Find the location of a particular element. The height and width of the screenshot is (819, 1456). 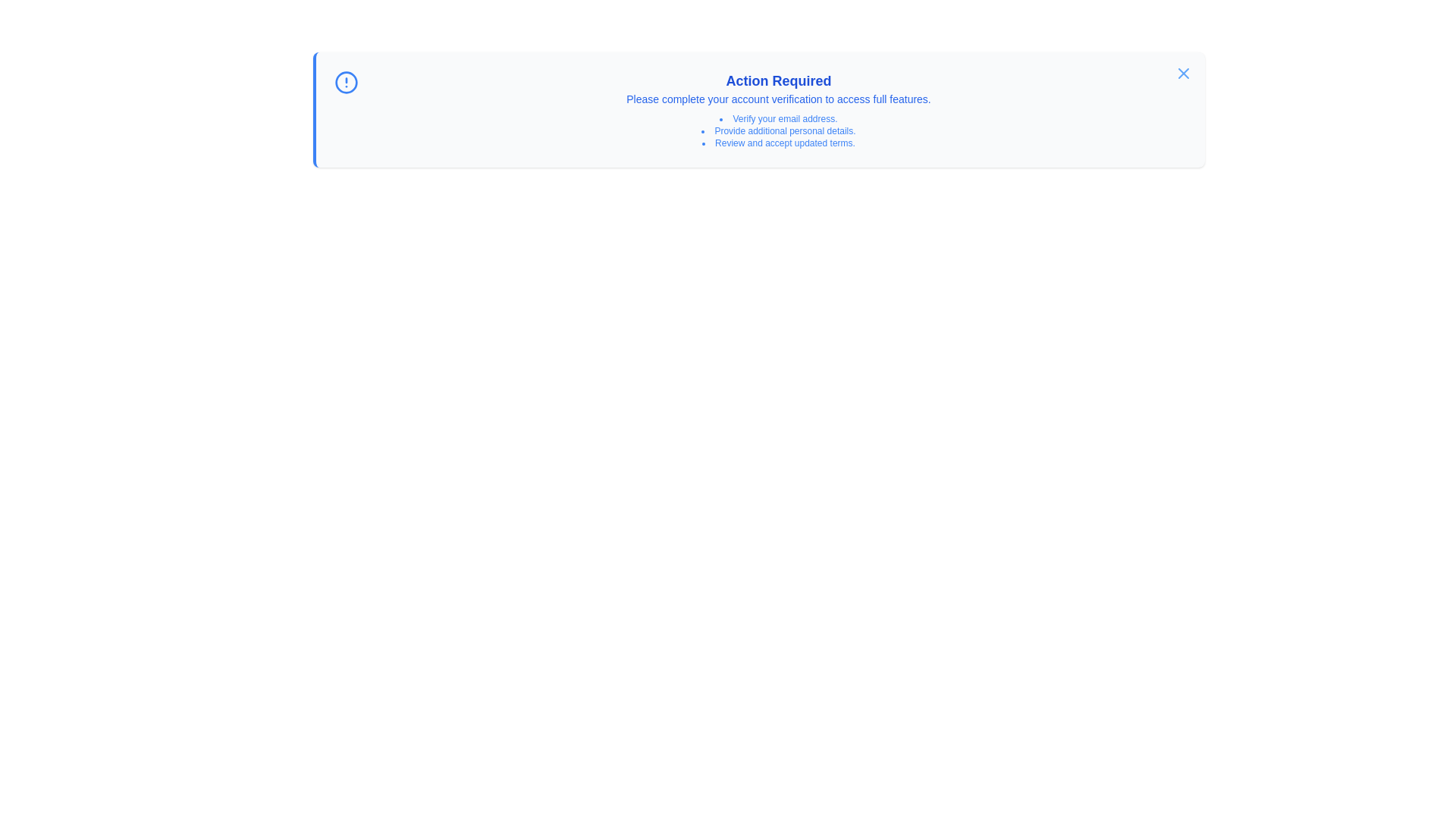

dismiss button located at the top-right corner of the notification panel is located at coordinates (1182, 73).